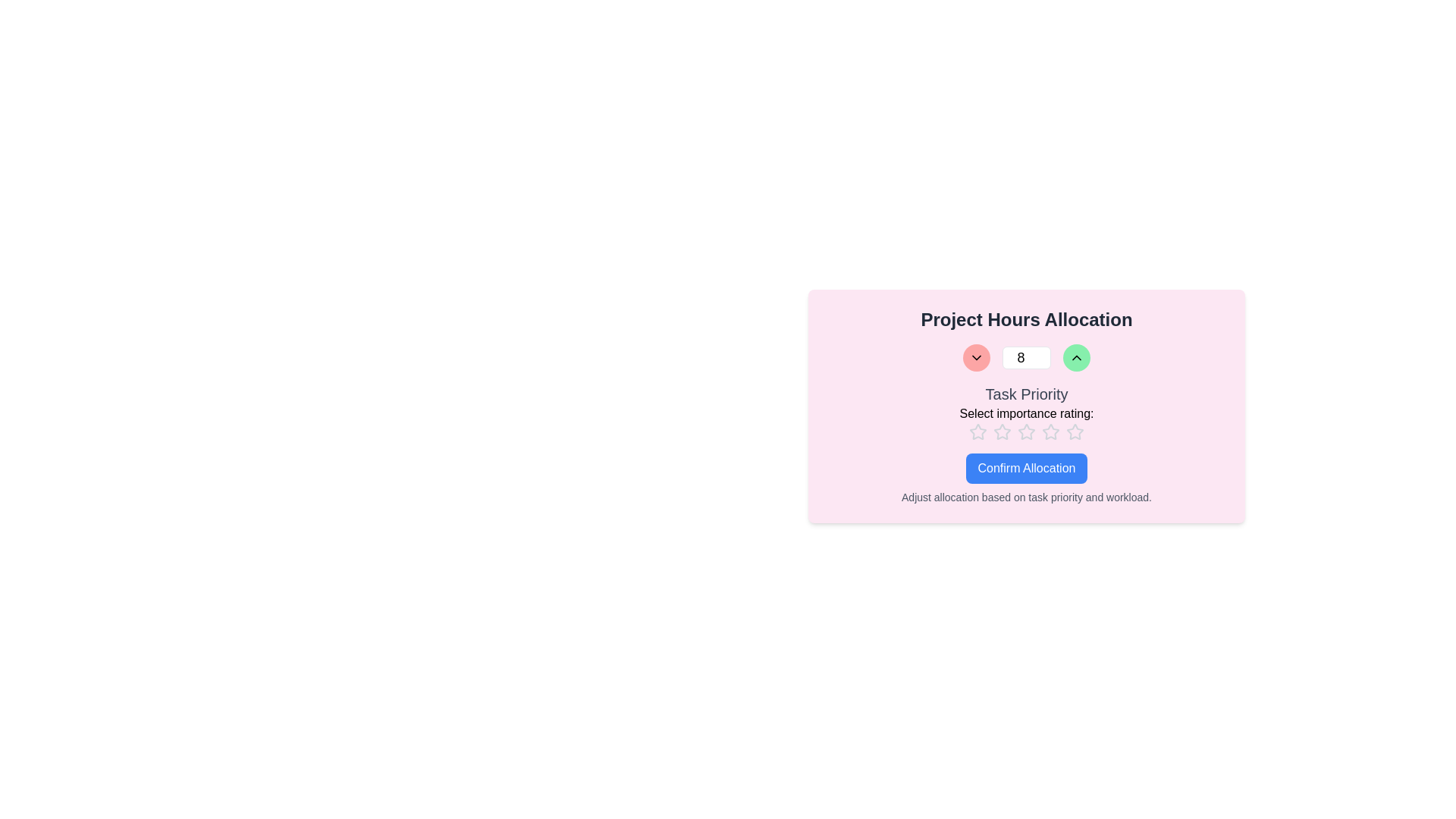 The height and width of the screenshot is (819, 1456). I want to click on the second star icon from the left in the 'Select importance rating' interface, so click(978, 432).